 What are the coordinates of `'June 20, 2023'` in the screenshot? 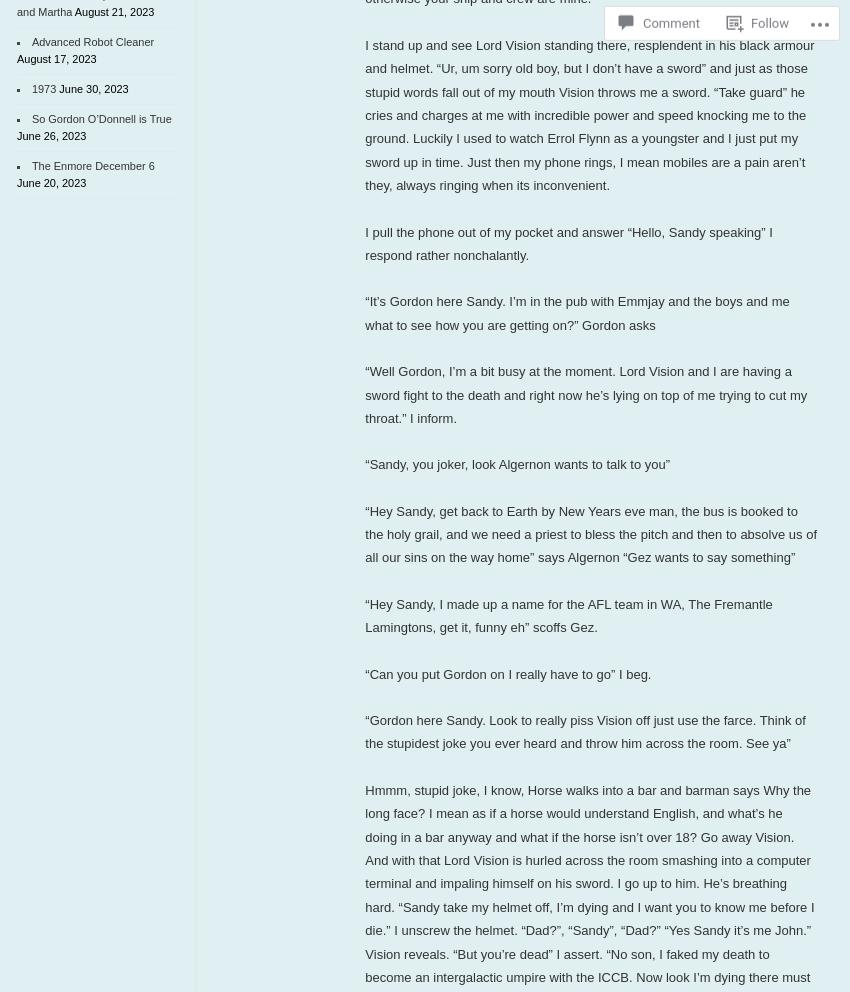 It's located at (51, 181).